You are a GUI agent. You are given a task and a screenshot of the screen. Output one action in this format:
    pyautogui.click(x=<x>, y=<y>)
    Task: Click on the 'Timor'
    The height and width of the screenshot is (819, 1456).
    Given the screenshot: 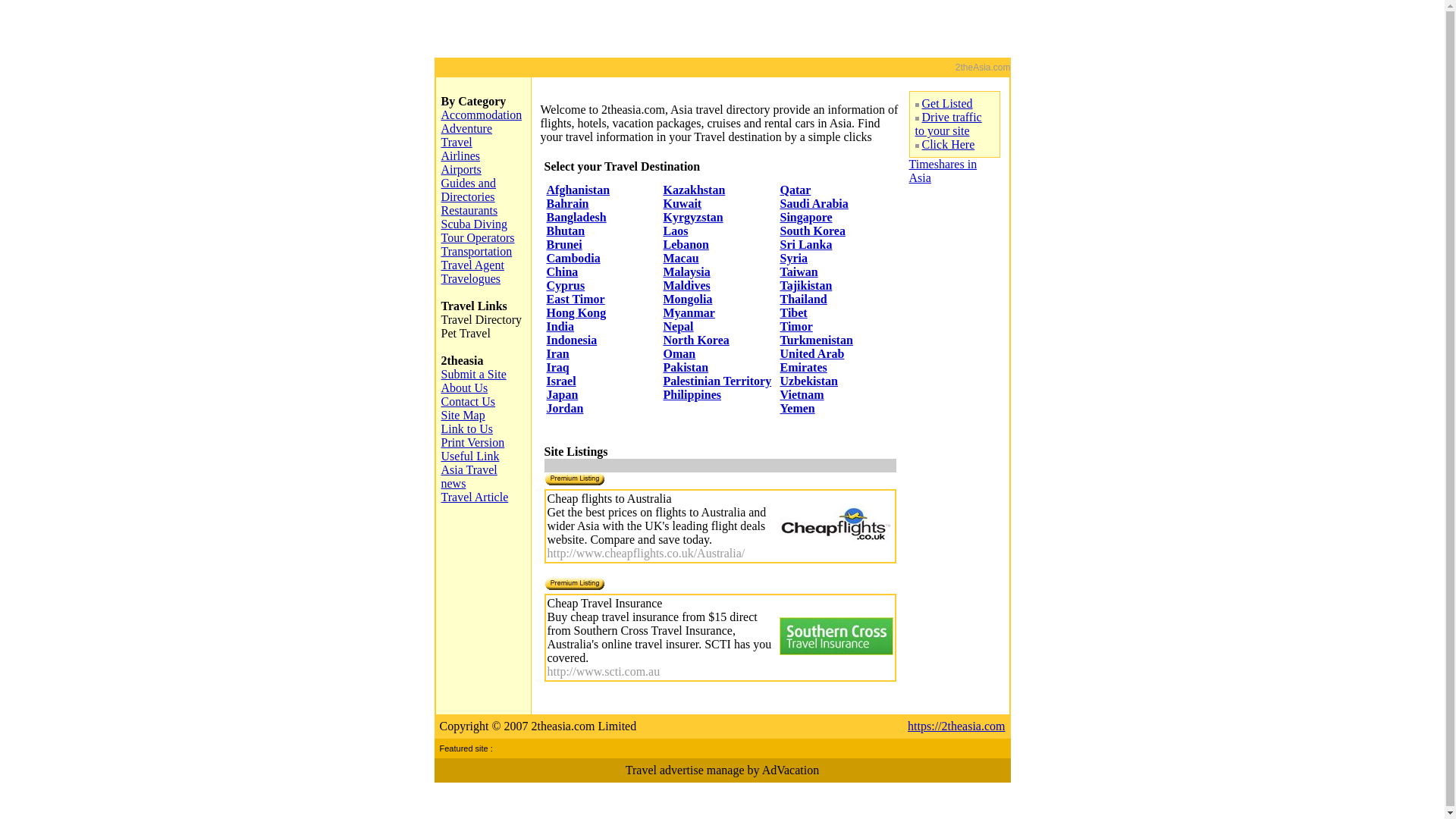 What is the action you would take?
    pyautogui.click(x=779, y=325)
    